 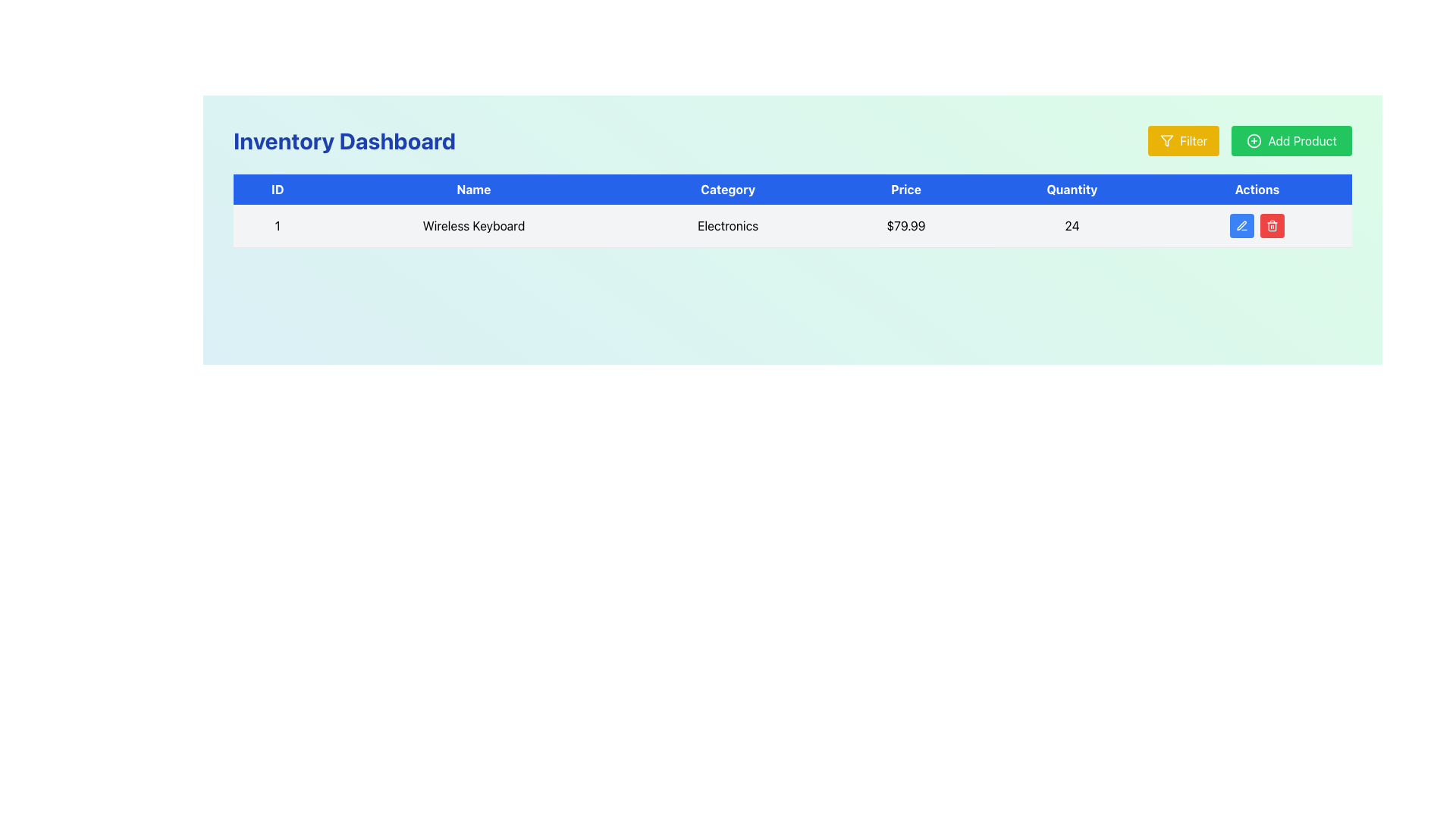 What do you see at coordinates (1241, 225) in the screenshot?
I see `the blue edit icon button in the 'Actions' column for the product 'Wireless Keyboard' to modify the entry` at bounding box center [1241, 225].